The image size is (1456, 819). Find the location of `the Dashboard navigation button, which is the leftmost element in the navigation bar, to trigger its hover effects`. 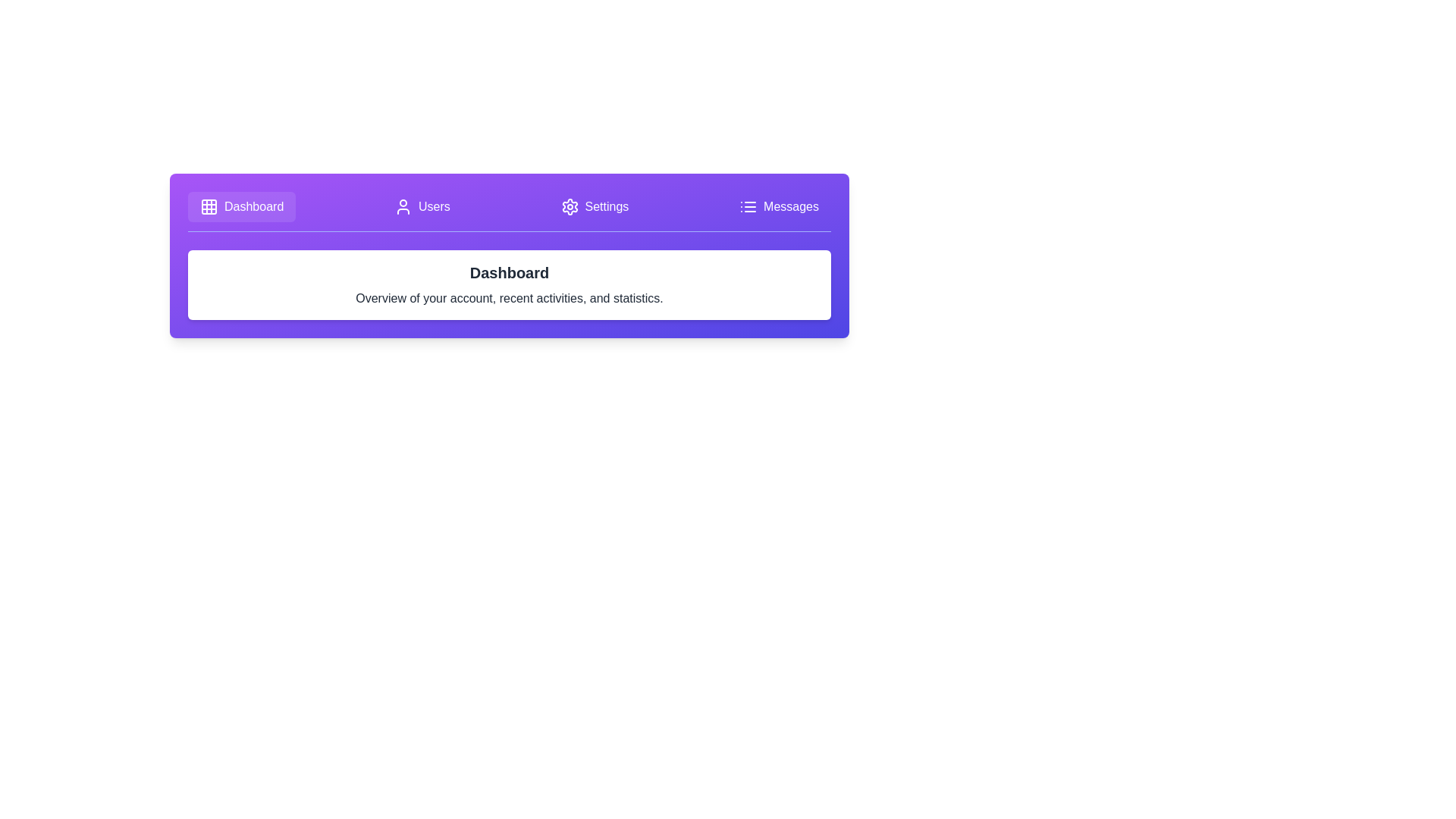

the Dashboard navigation button, which is the leftmost element in the navigation bar, to trigger its hover effects is located at coordinates (241, 207).